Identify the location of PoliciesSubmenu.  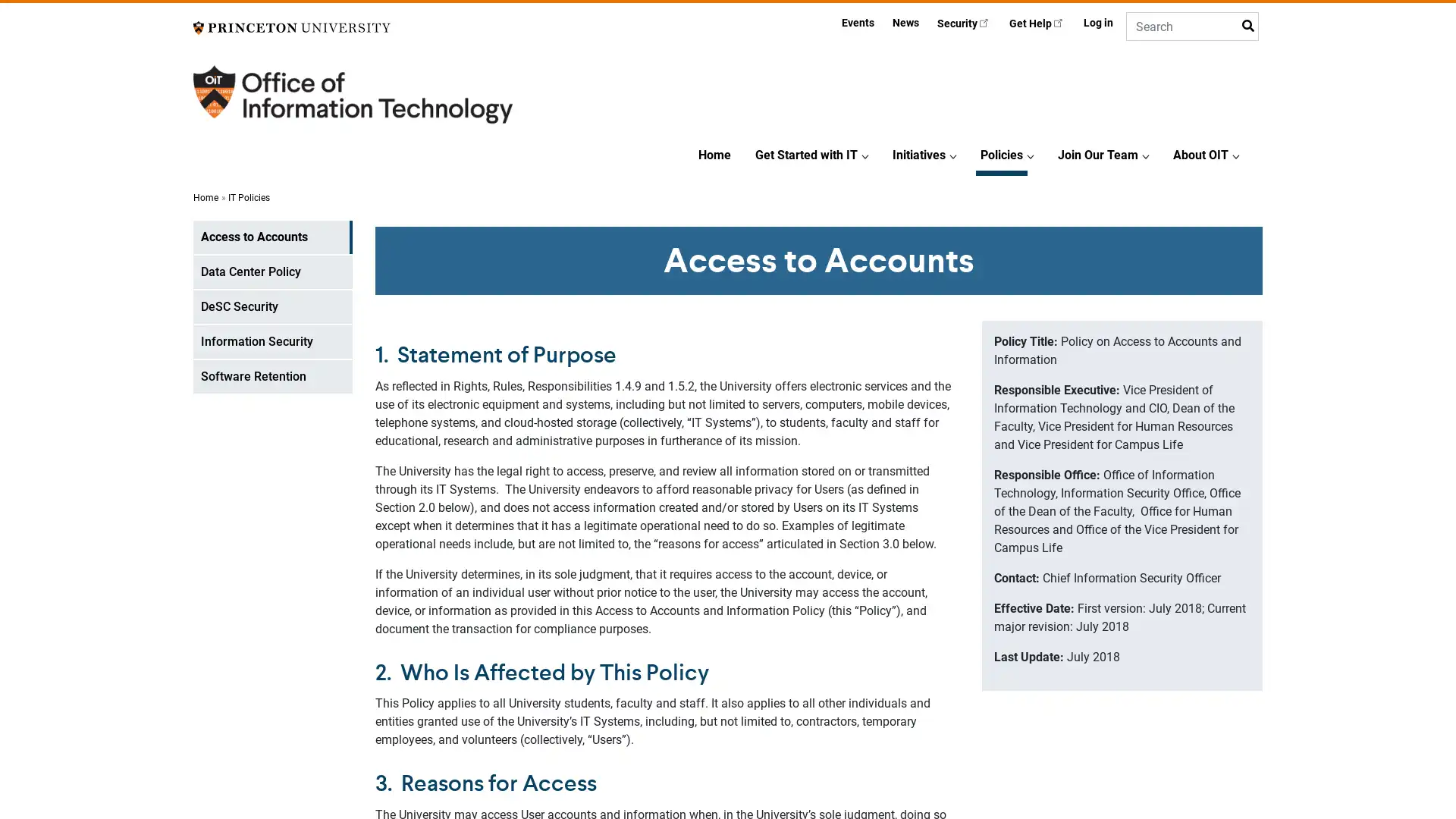
(1030, 156).